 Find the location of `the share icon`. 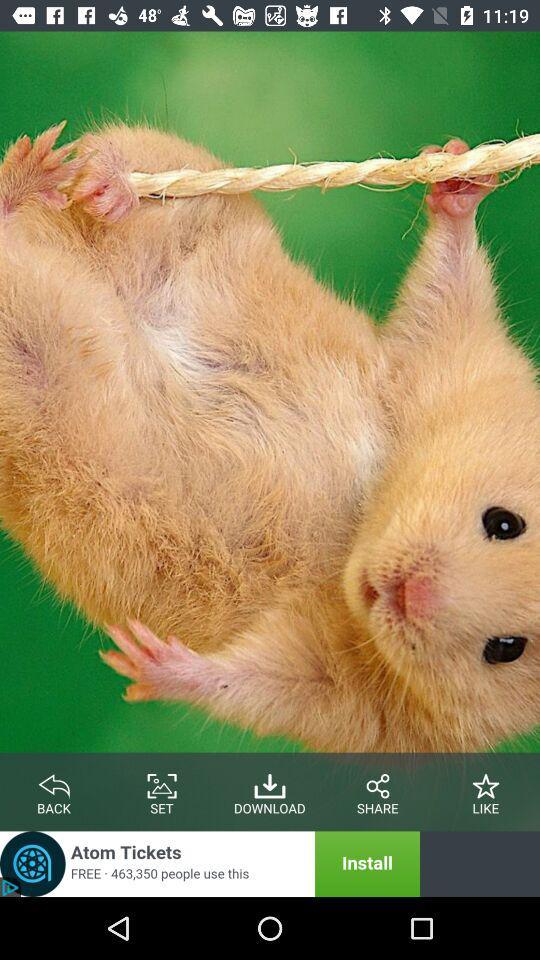

the share icon is located at coordinates (378, 782).